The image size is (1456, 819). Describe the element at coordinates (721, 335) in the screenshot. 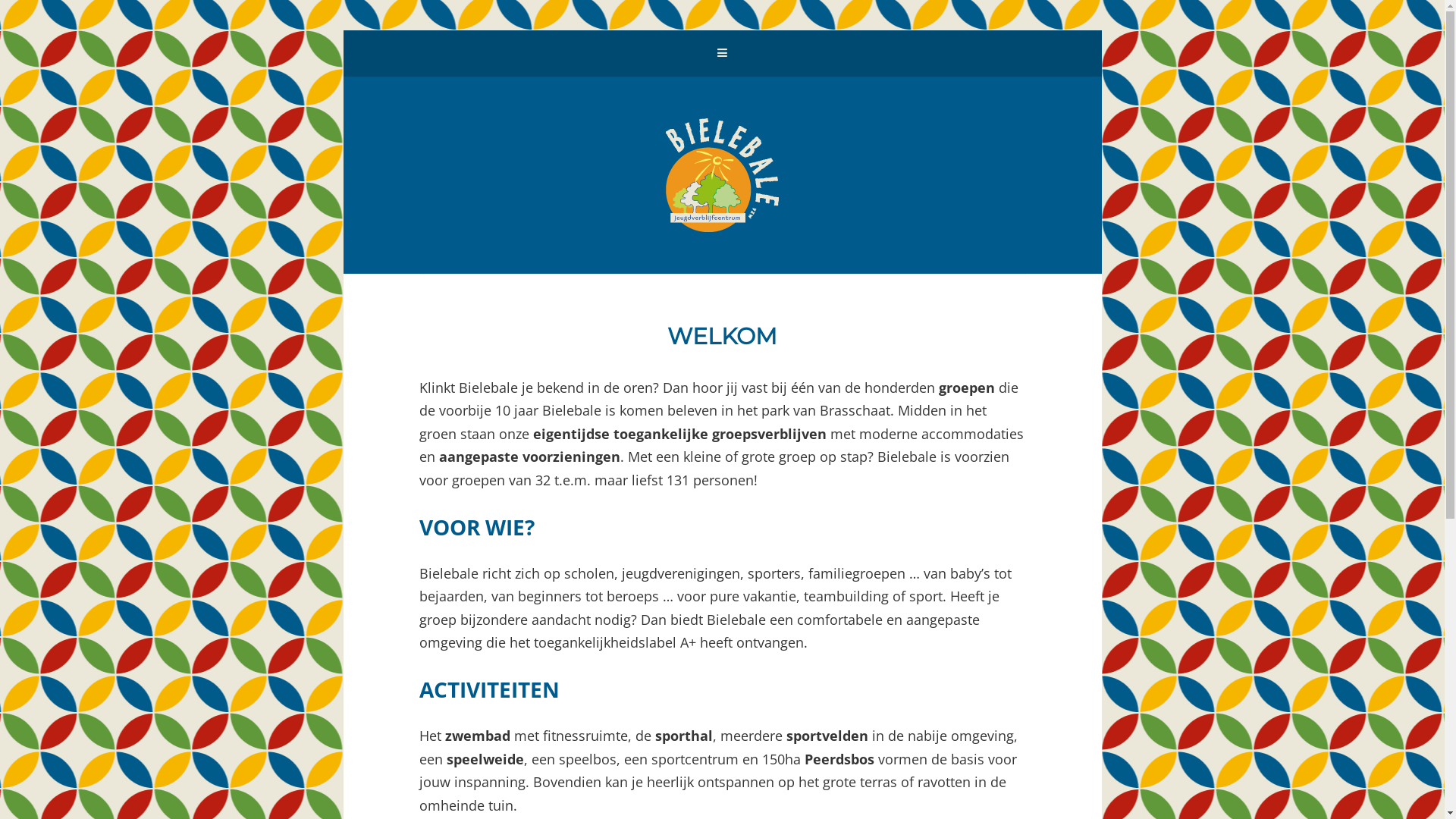

I see `'WELKOM'` at that location.